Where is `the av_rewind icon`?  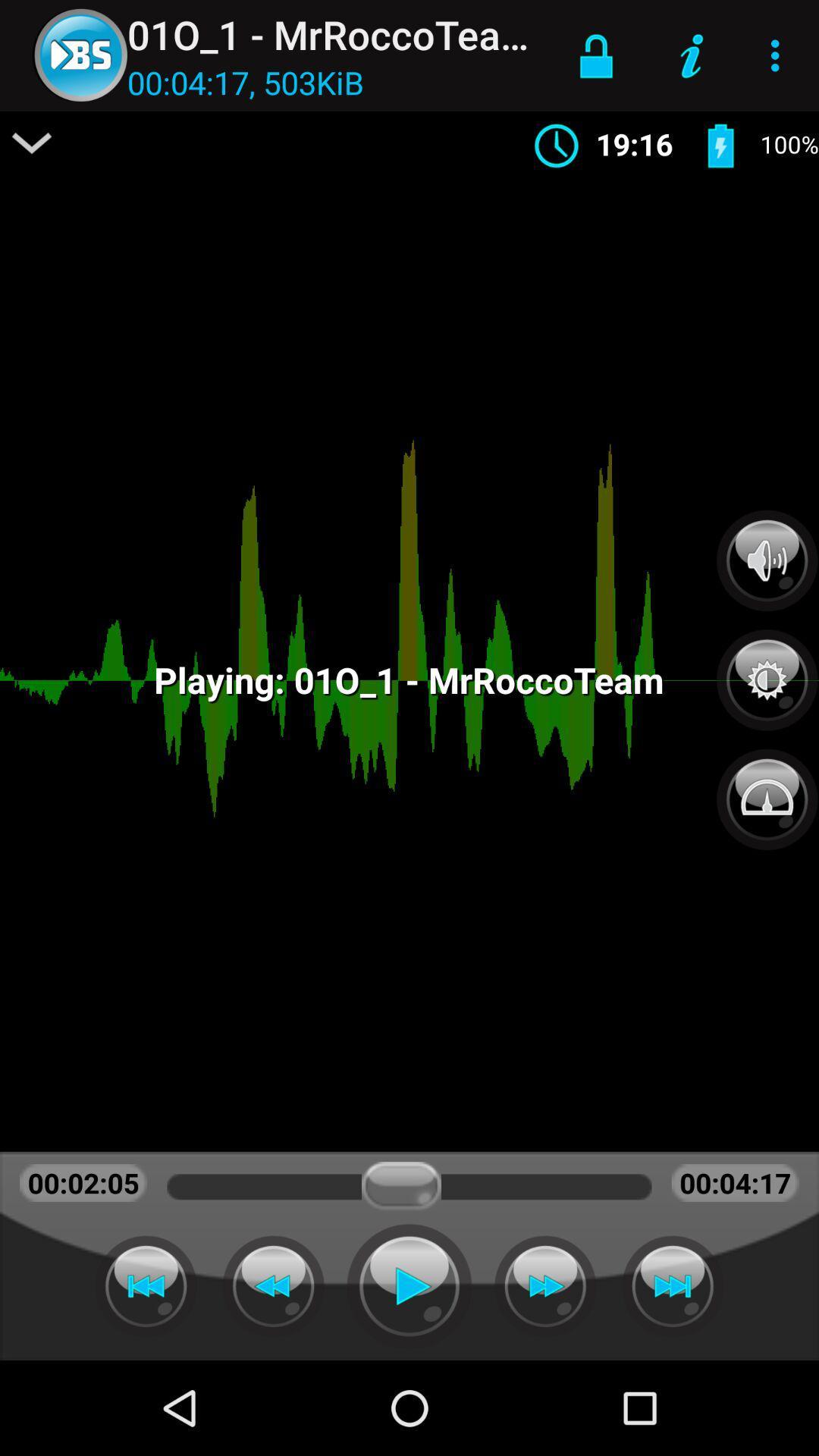
the av_rewind icon is located at coordinates (146, 1285).